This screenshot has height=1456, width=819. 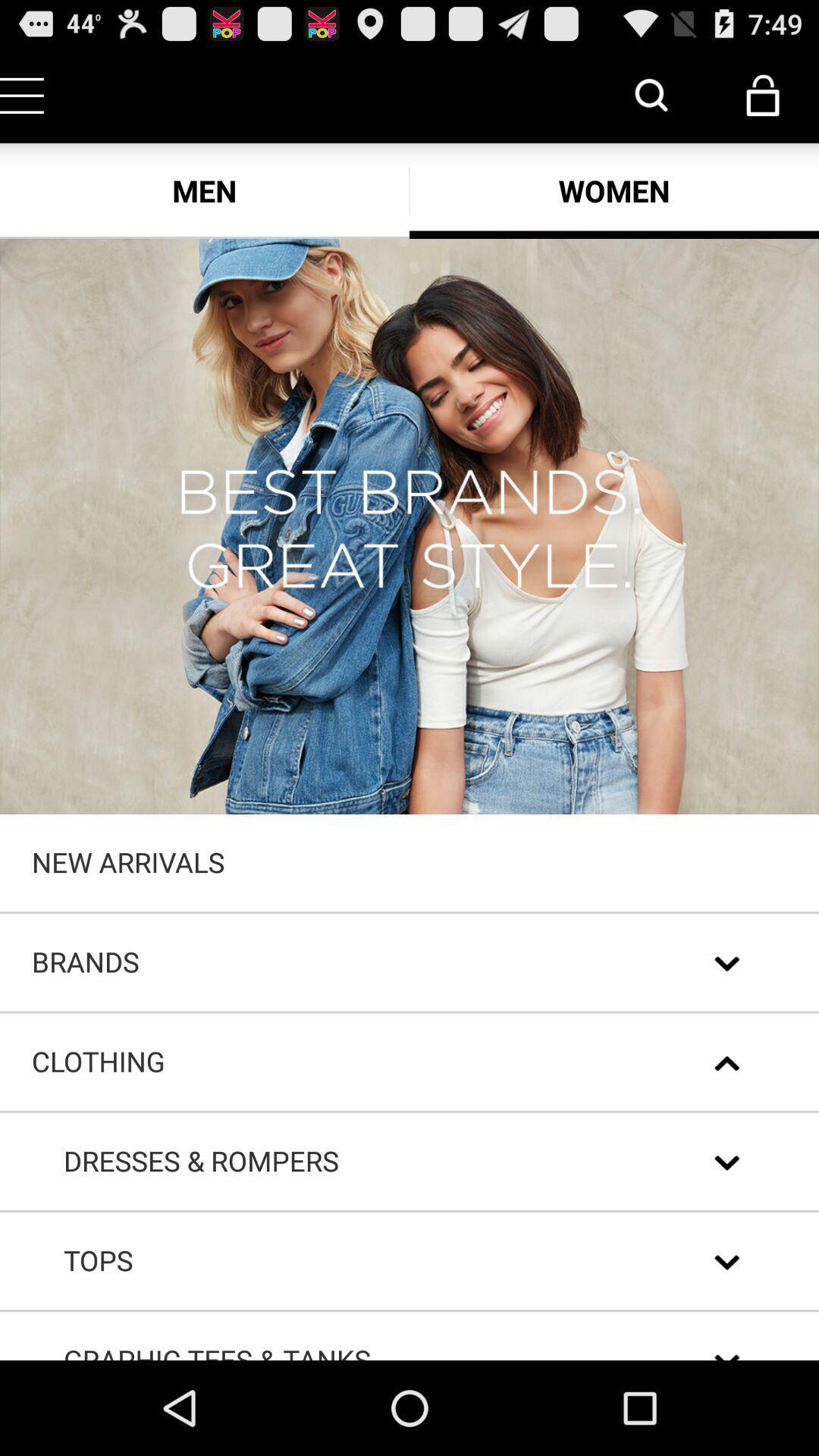 What do you see at coordinates (726, 1137) in the screenshot?
I see `the expand_less icon` at bounding box center [726, 1137].